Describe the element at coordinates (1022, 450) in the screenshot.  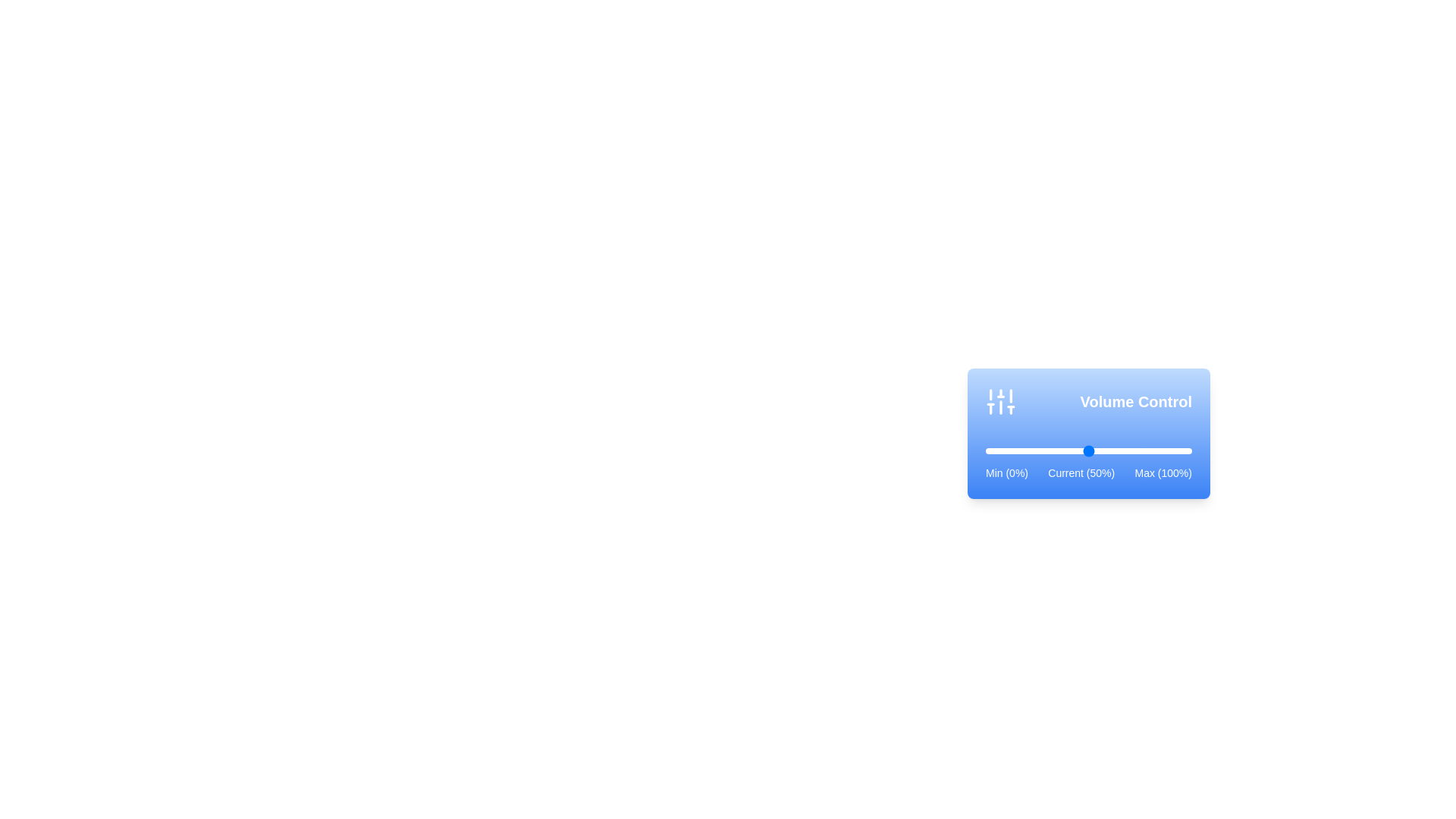
I see `the slider to set its value to 18%` at that location.